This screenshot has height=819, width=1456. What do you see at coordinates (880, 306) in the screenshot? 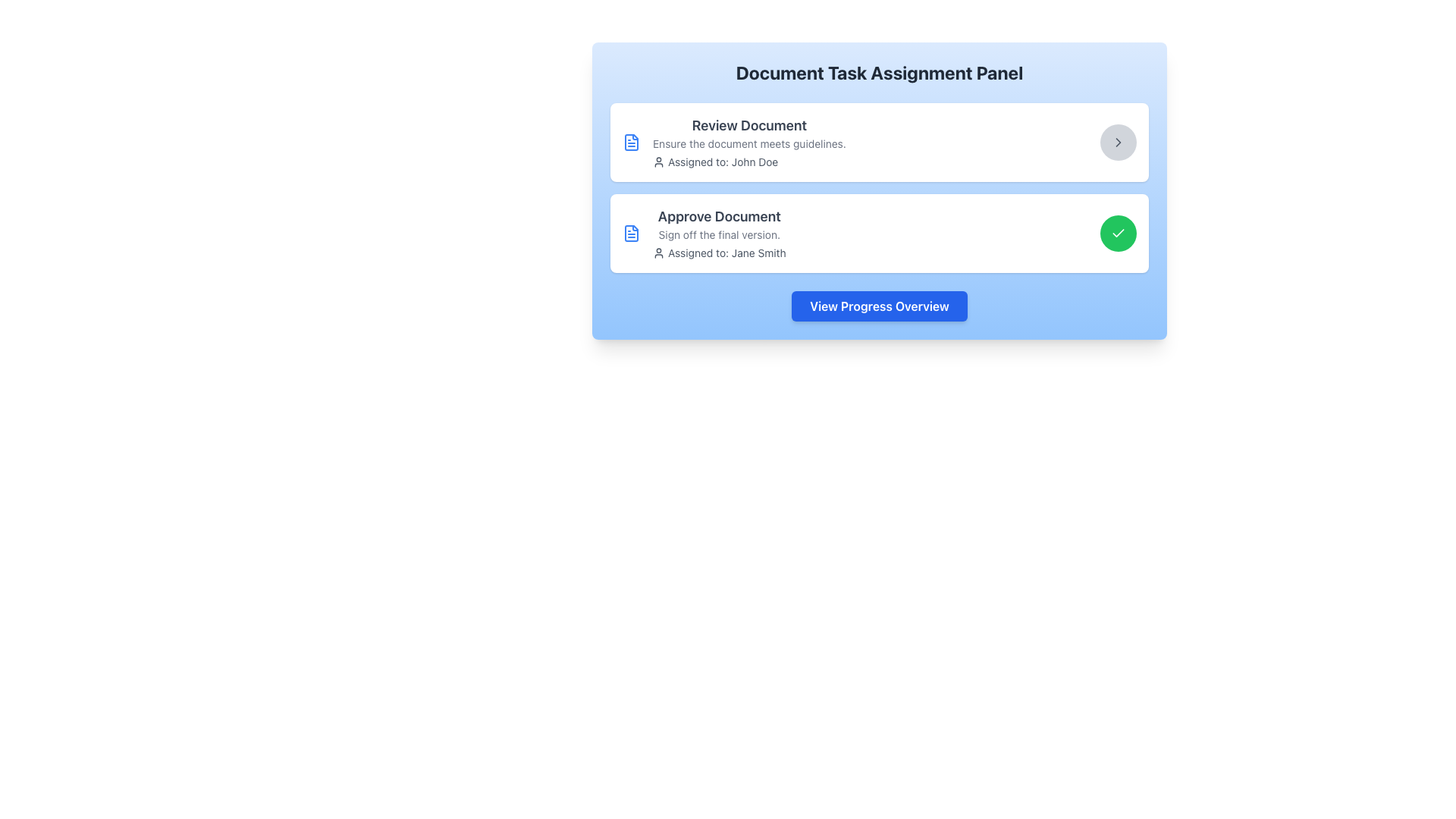
I see `the button located at the bottom center of the 'Document Task Assignment Panel'` at bounding box center [880, 306].